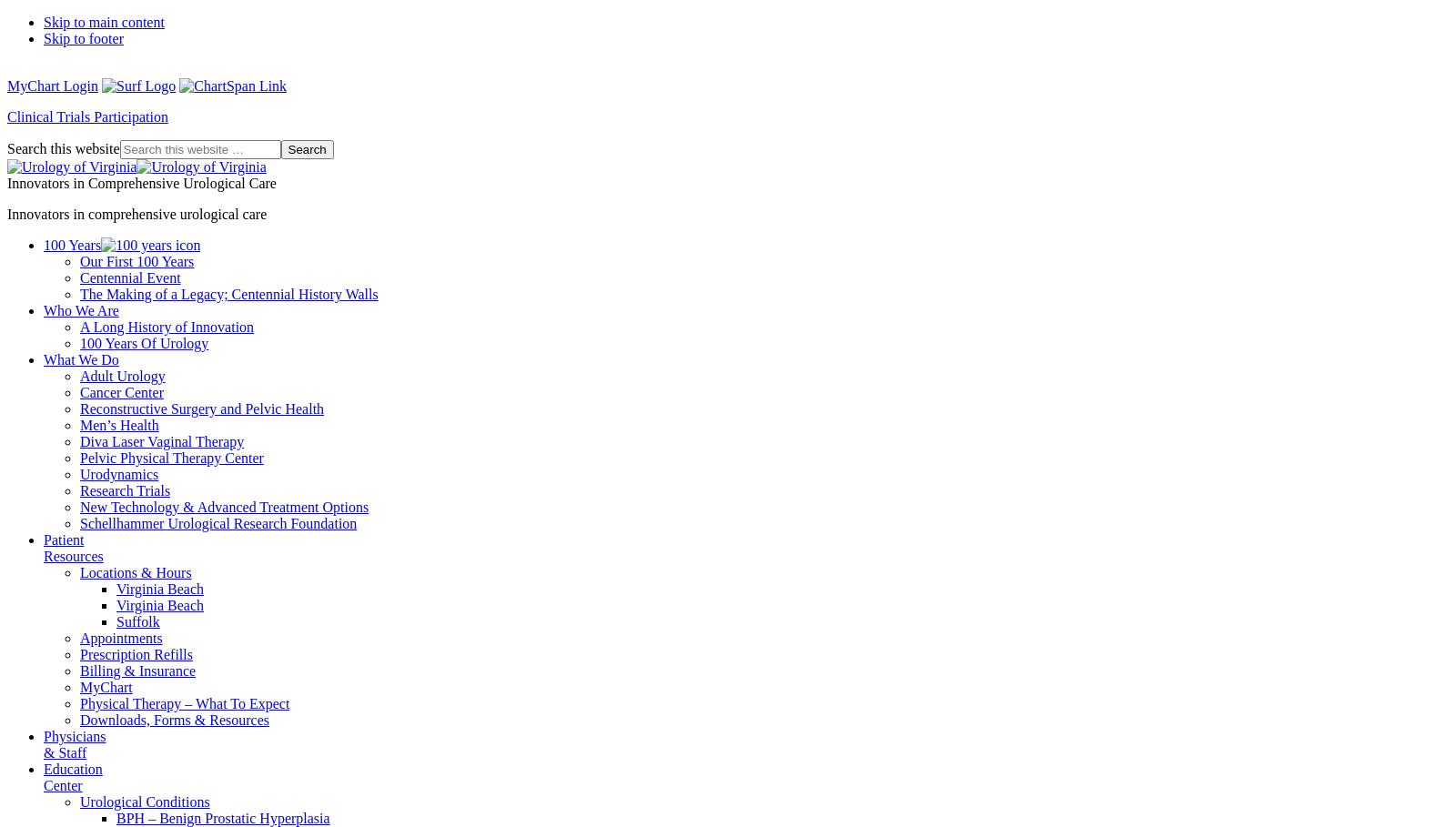 The width and height of the screenshot is (1456, 827). I want to click on 'Research Trials', so click(124, 490).